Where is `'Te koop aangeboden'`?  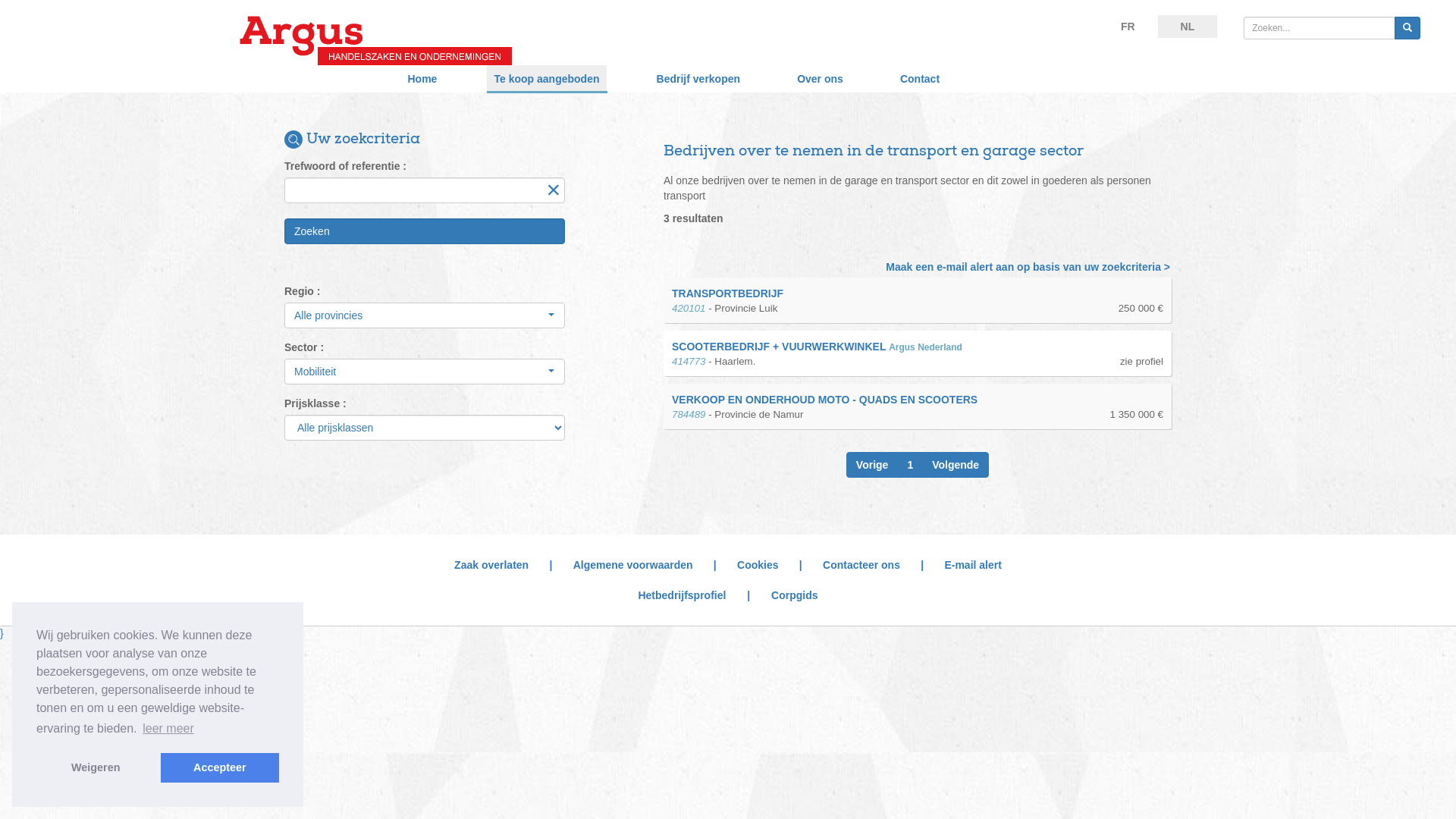
'Te koop aangeboden' is located at coordinates (546, 79).